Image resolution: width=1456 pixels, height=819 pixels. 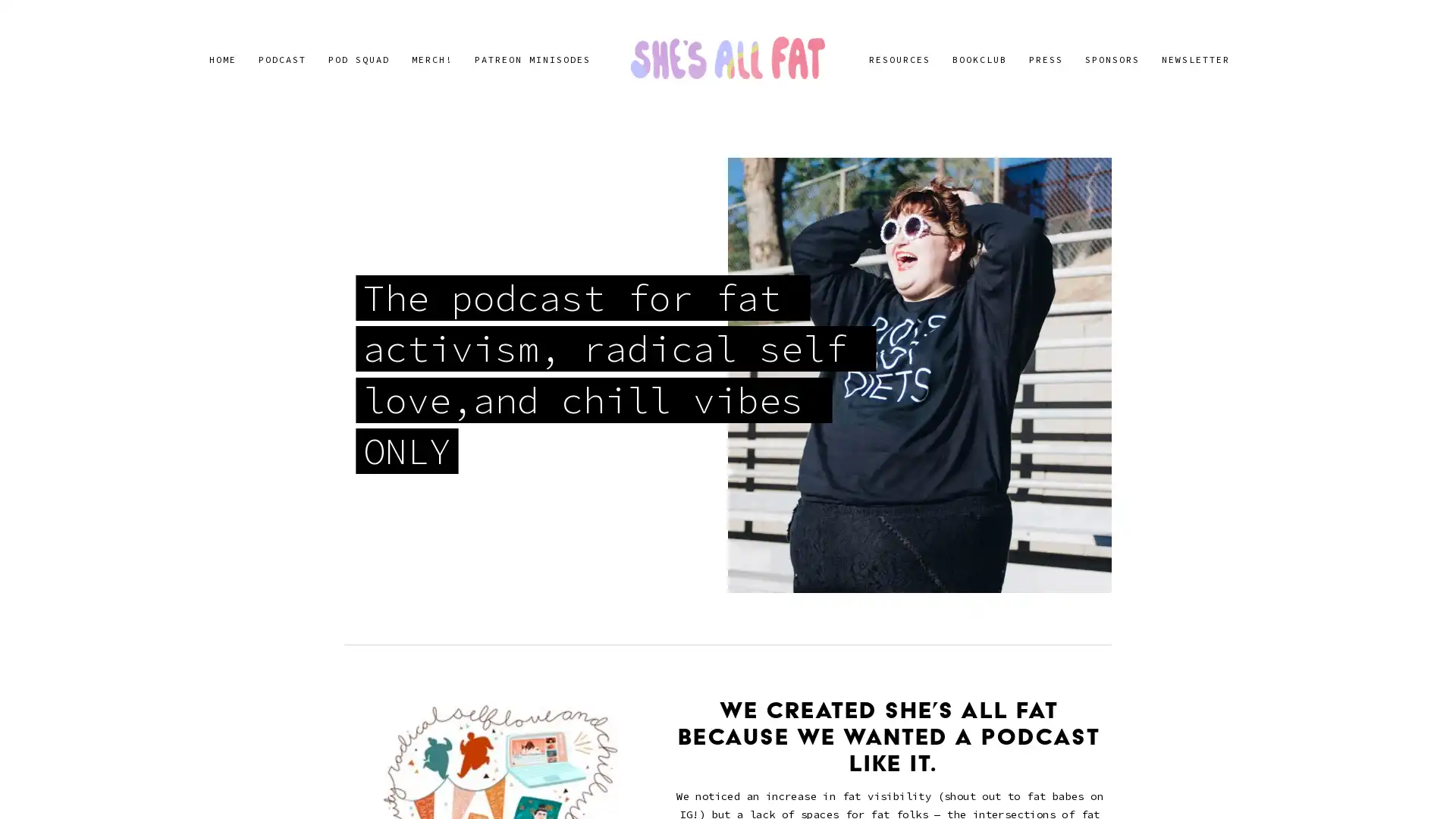 What do you see at coordinates (994, 228) in the screenshot?
I see `Close` at bounding box center [994, 228].